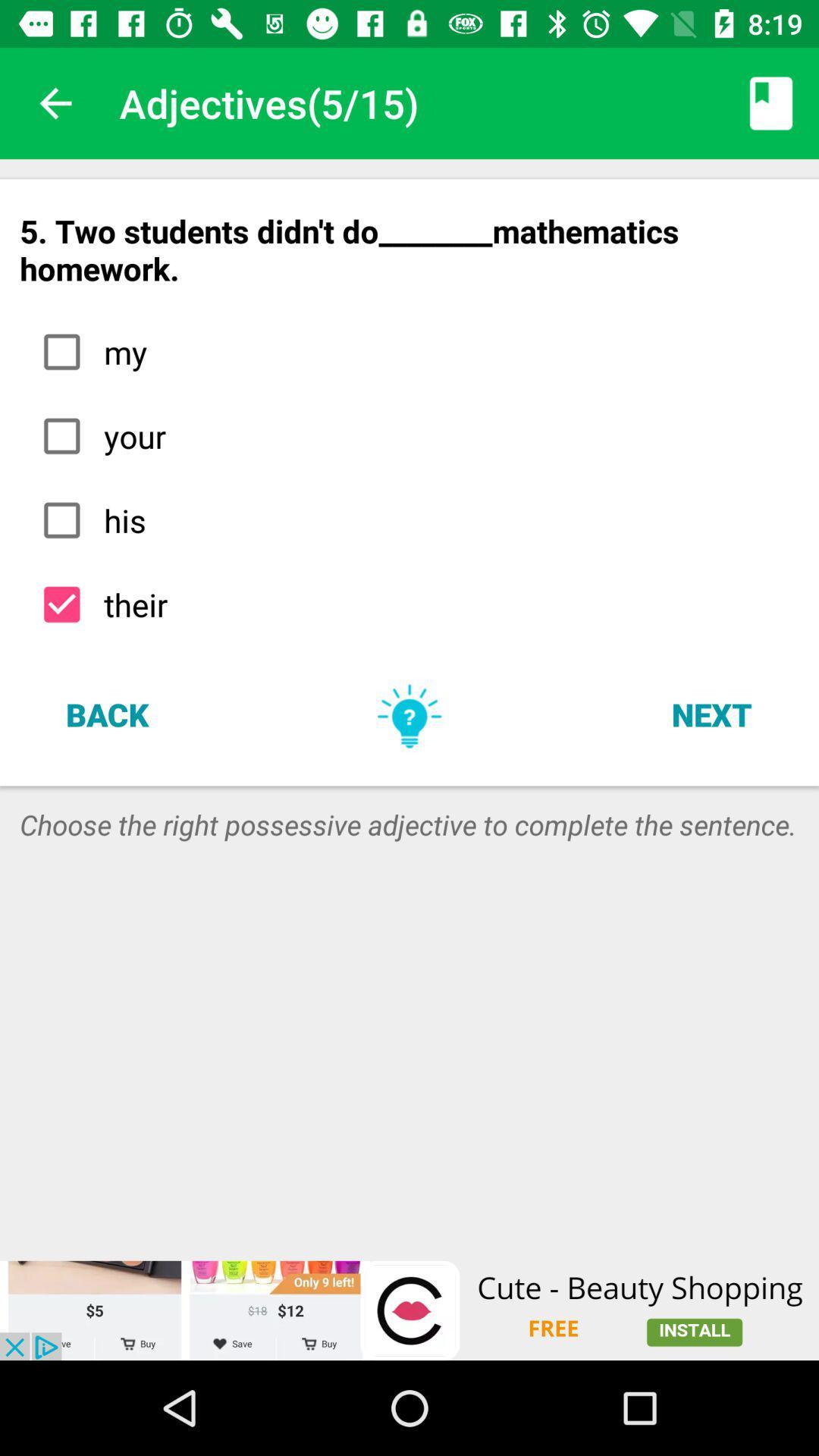  What do you see at coordinates (61, 435) in the screenshot?
I see `the second check box` at bounding box center [61, 435].